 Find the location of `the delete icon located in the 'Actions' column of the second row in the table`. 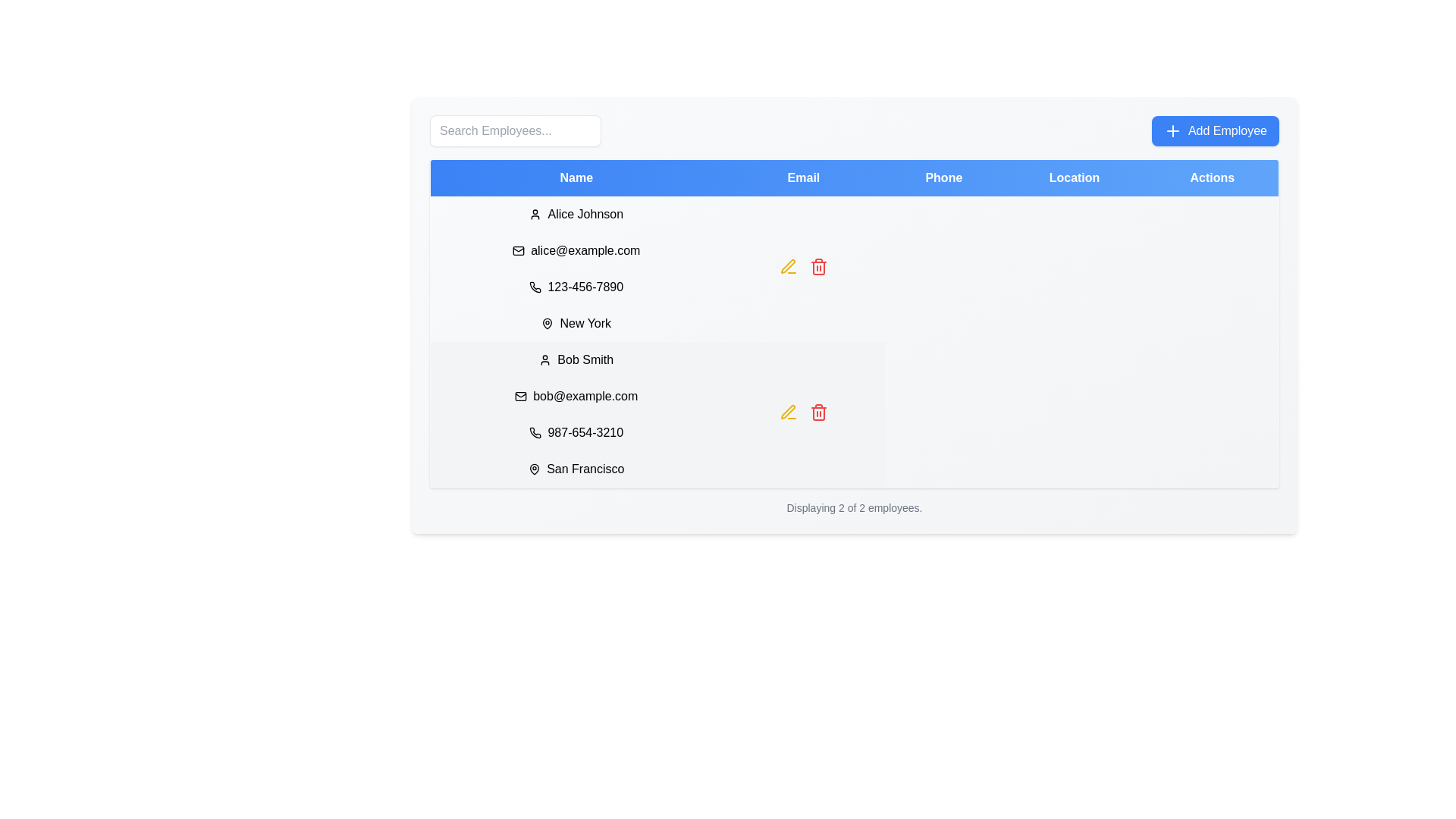

the delete icon located in the 'Actions' column of the second row in the table is located at coordinates (818, 265).